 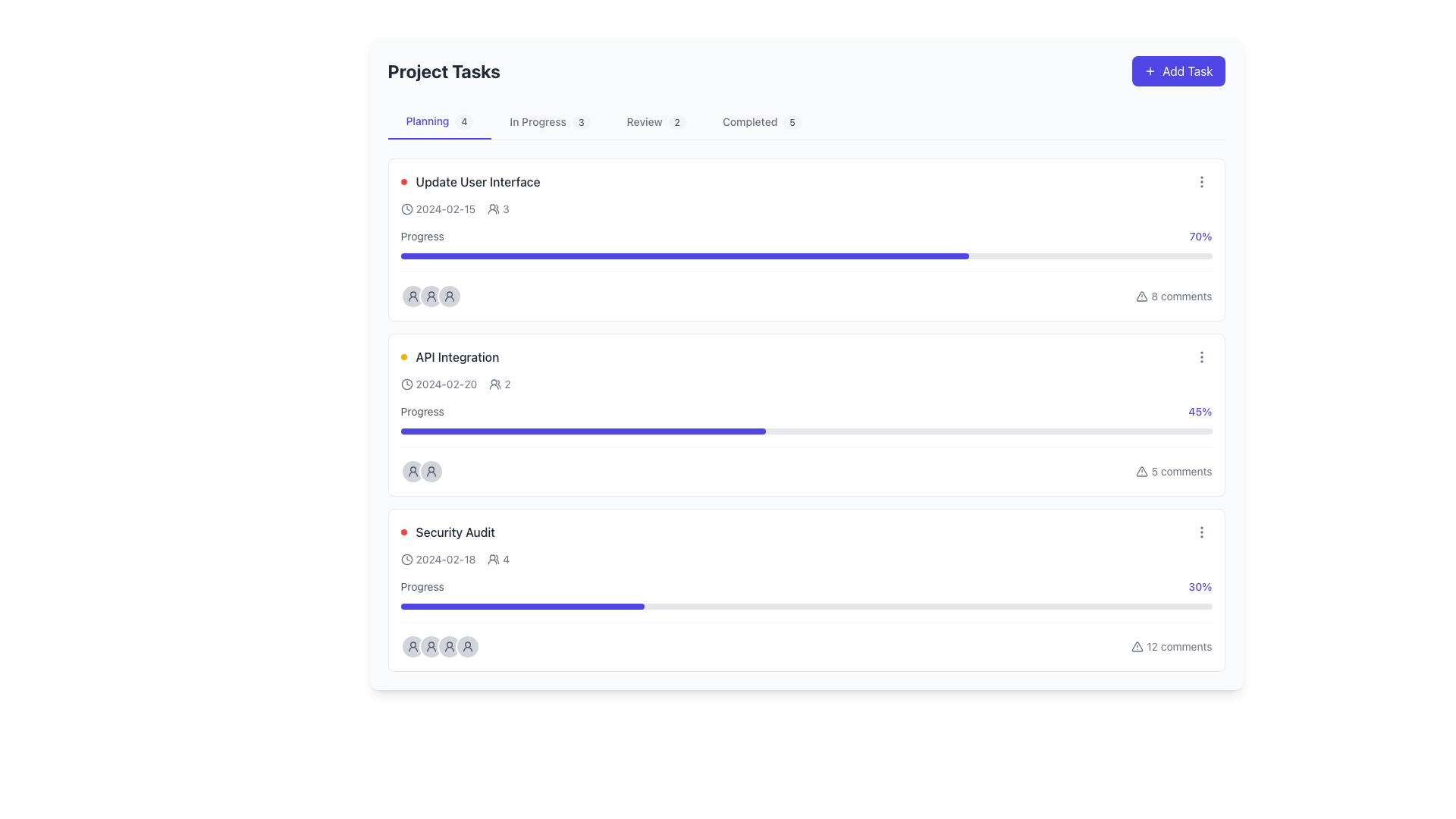 What do you see at coordinates (430, 646) in the screenshot?
I see `the second circular user profile icon with a stylized human silhouette in the 'Security Audit' task section` at bounding box center [430, 646].